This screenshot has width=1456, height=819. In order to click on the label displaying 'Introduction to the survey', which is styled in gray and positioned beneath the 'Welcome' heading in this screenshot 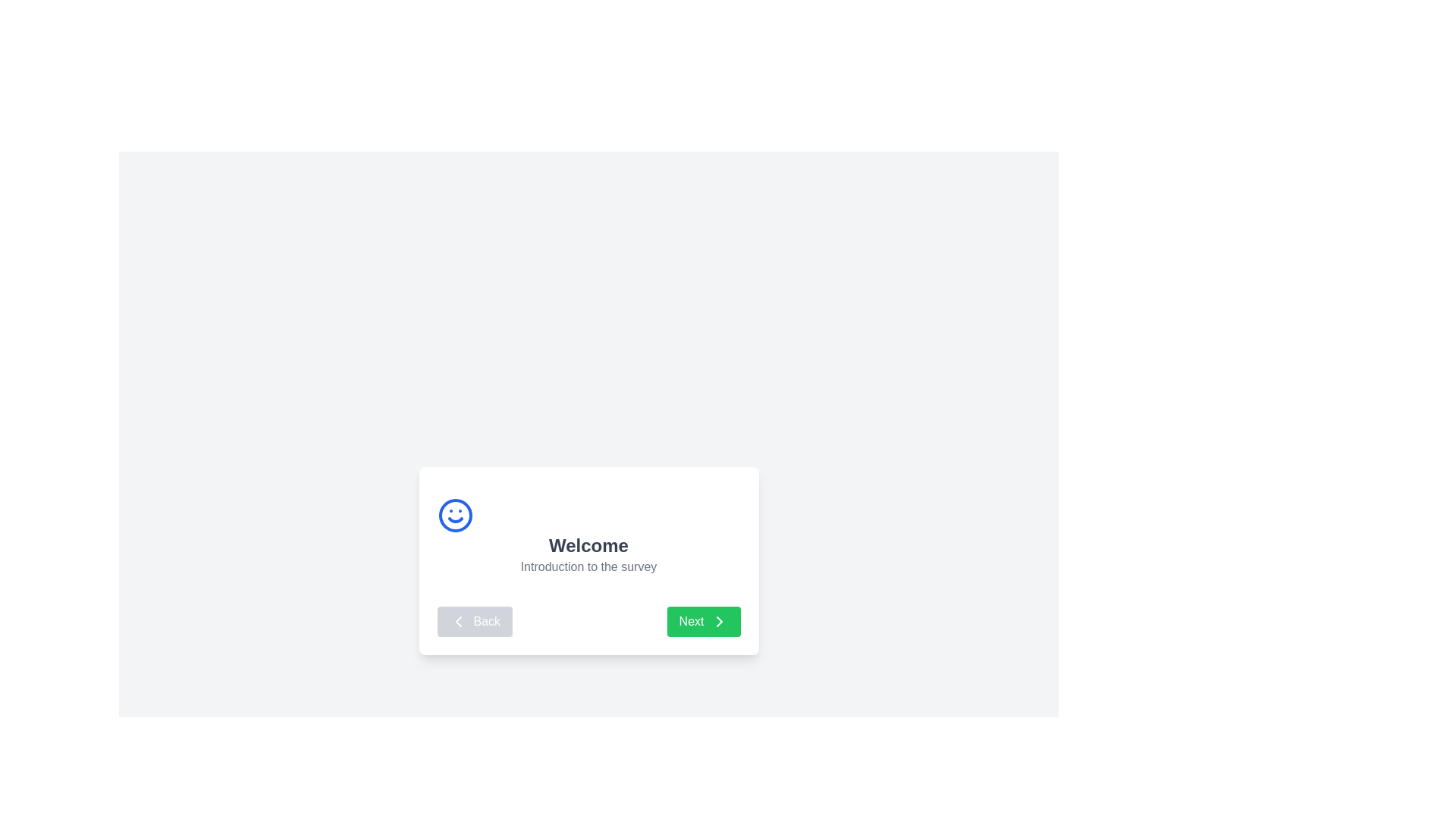, I will do `click(588, 567)`.